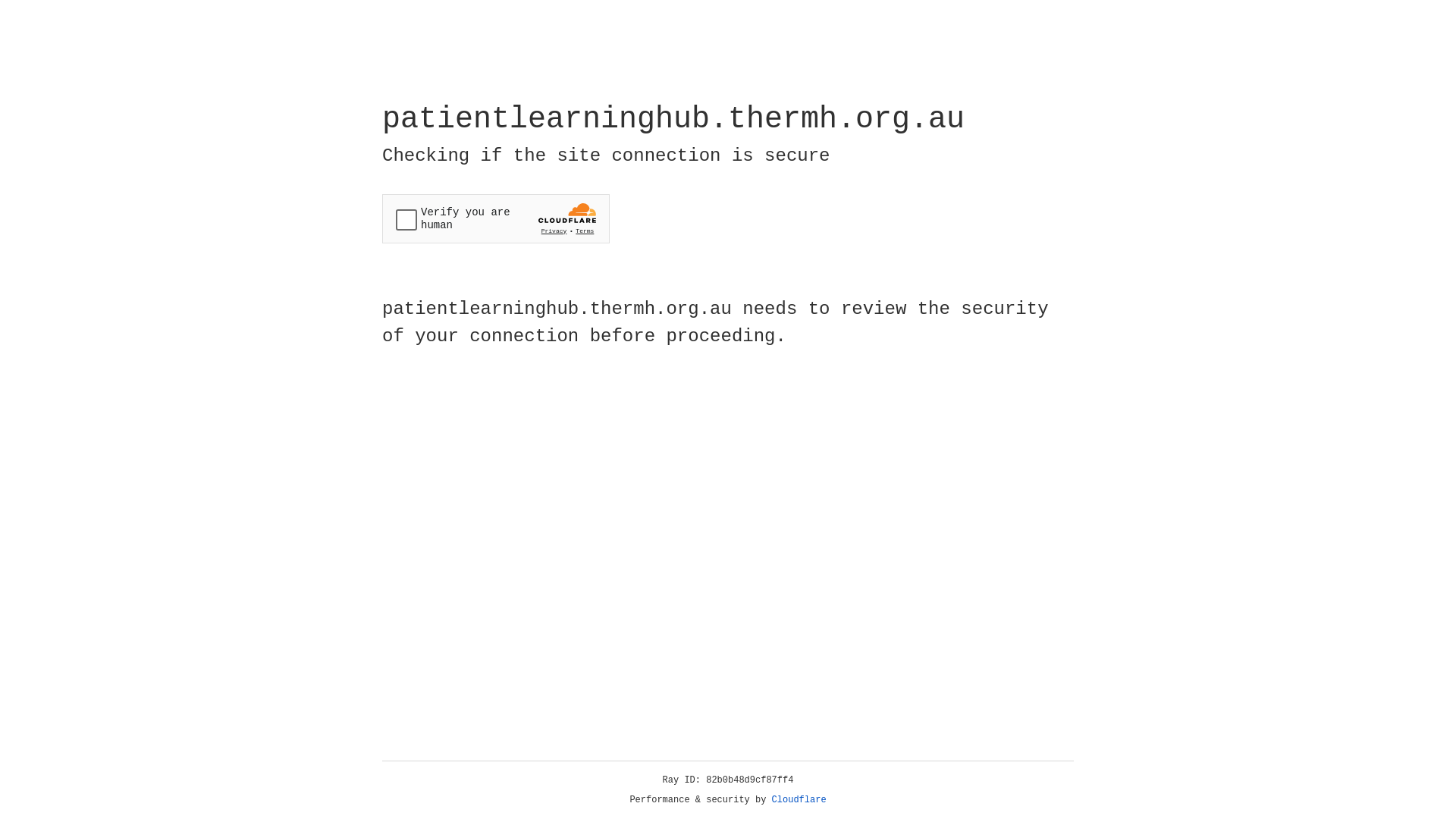 The image size is (1456, 819). I want to click on 'Widget containing a Cloudflare security challenge', so click(495, 218).